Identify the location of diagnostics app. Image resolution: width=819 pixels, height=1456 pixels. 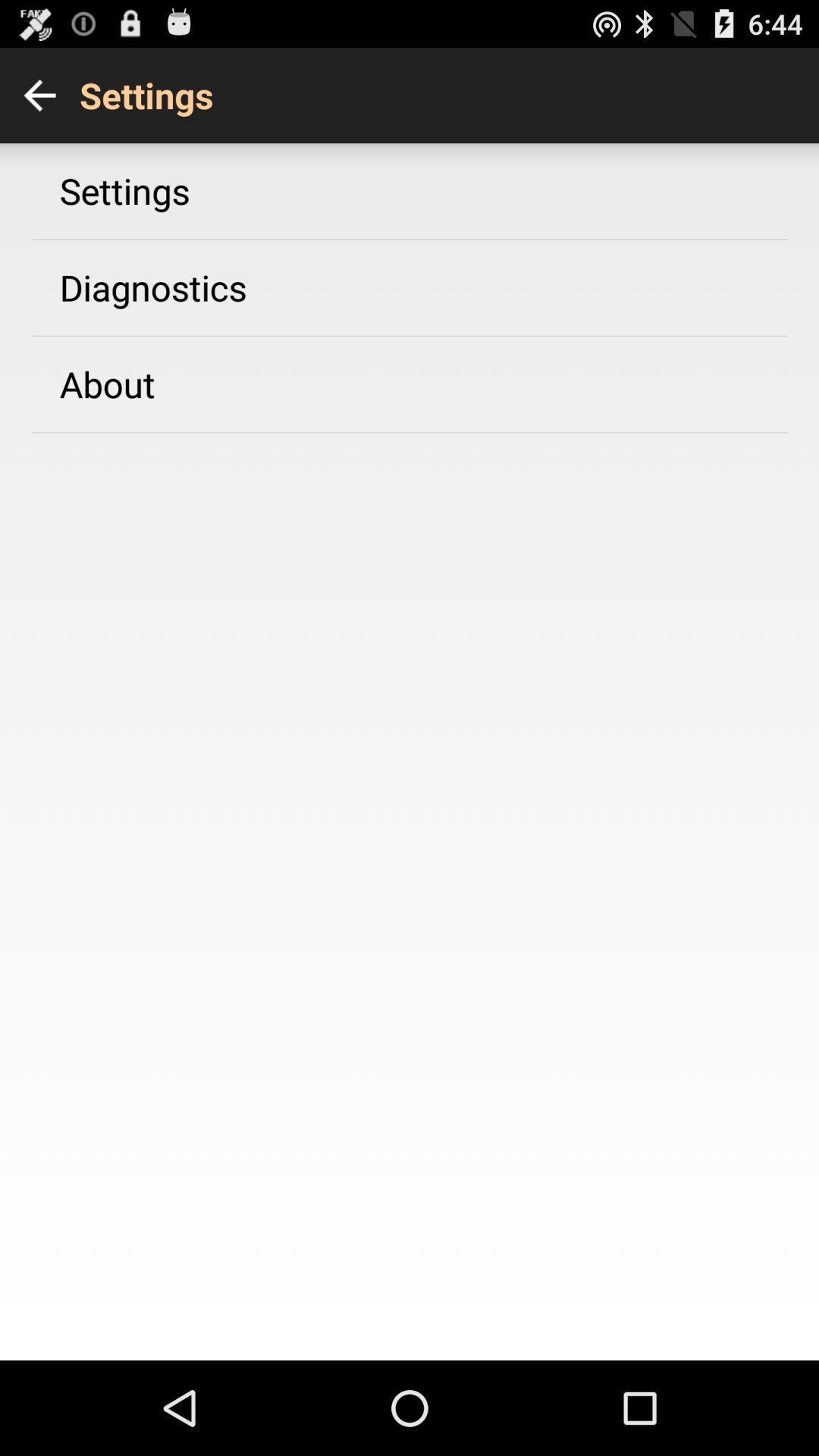
(153, 287).